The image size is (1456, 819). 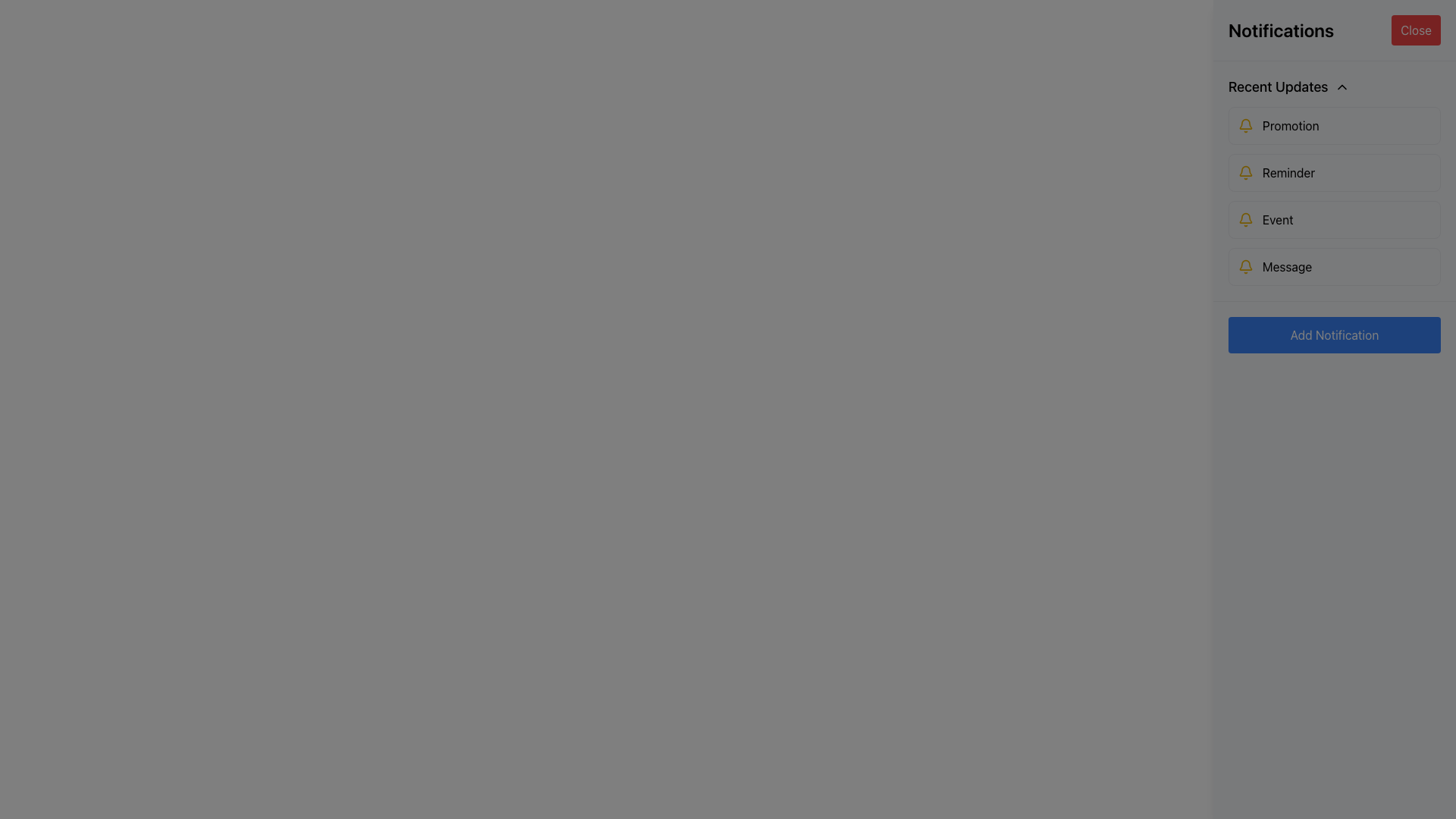 I want to click on the yellow bell-shaped icon in the notification system, located in the second row beneath the 'Recent Updates' section, so click(x=1245, y=170).